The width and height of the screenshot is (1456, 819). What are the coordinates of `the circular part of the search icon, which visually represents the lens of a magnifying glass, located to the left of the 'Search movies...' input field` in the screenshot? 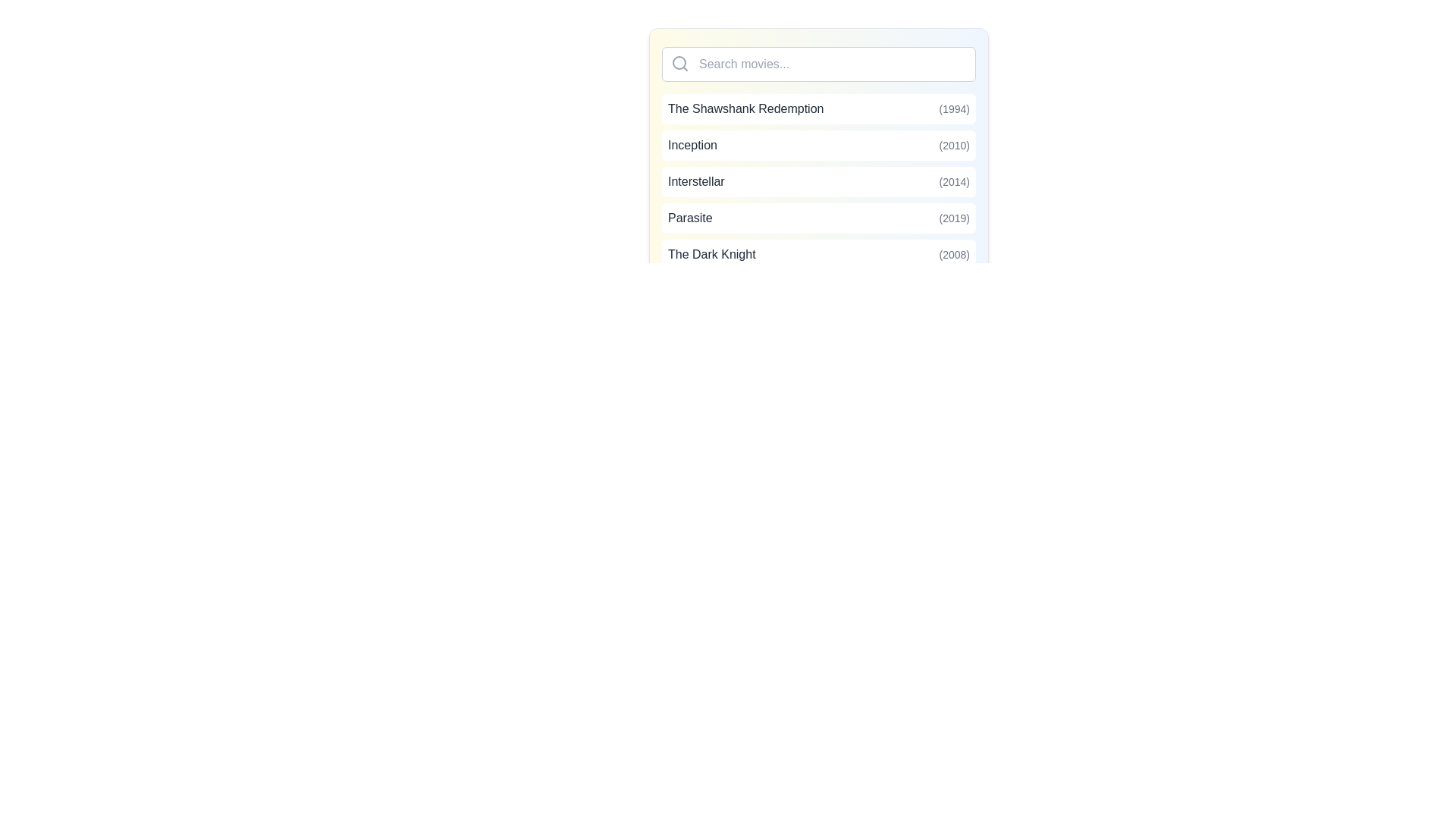 It's located at (679, 62).